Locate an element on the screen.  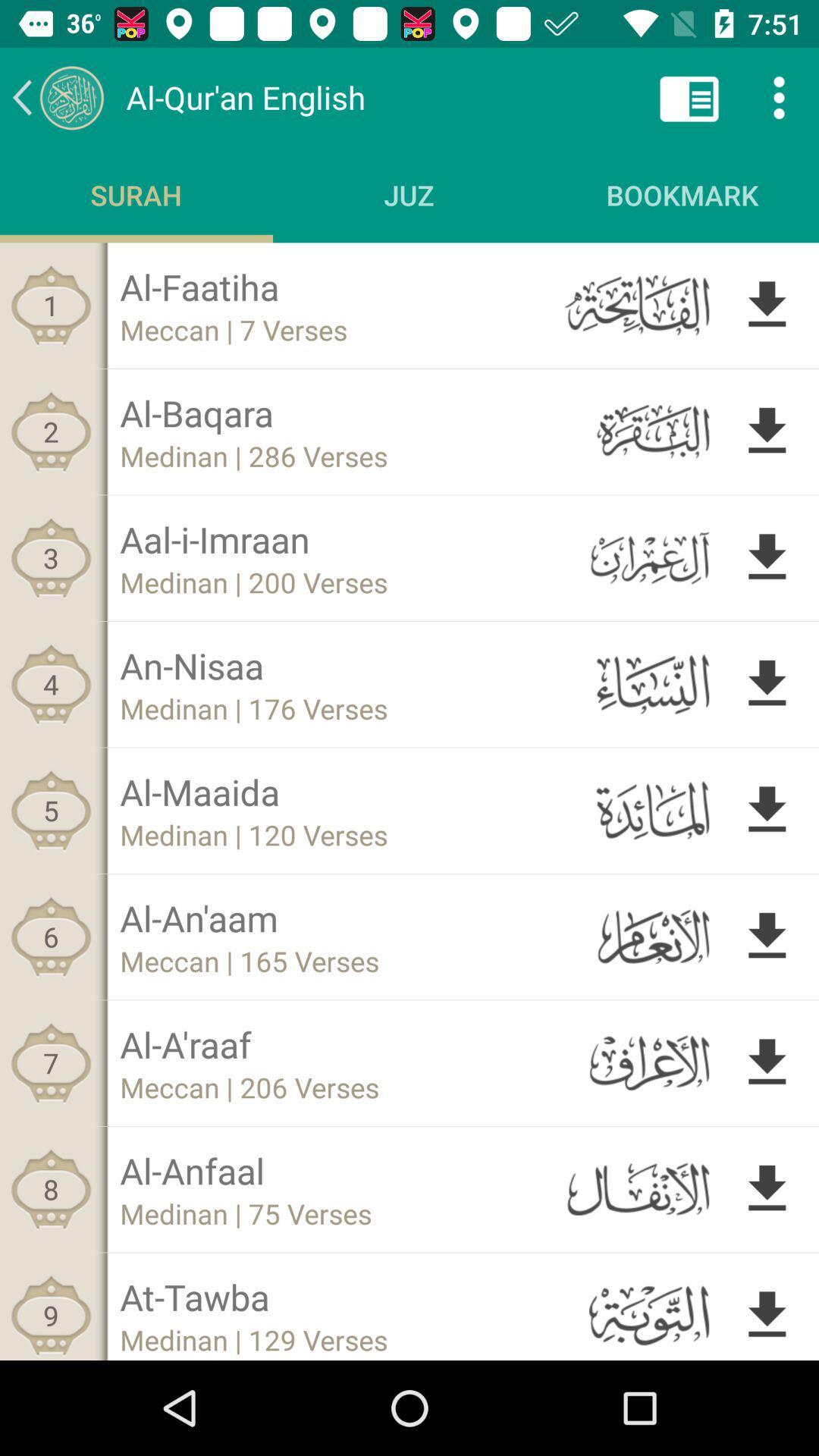
see adress book is located at coordinates (689, 96).